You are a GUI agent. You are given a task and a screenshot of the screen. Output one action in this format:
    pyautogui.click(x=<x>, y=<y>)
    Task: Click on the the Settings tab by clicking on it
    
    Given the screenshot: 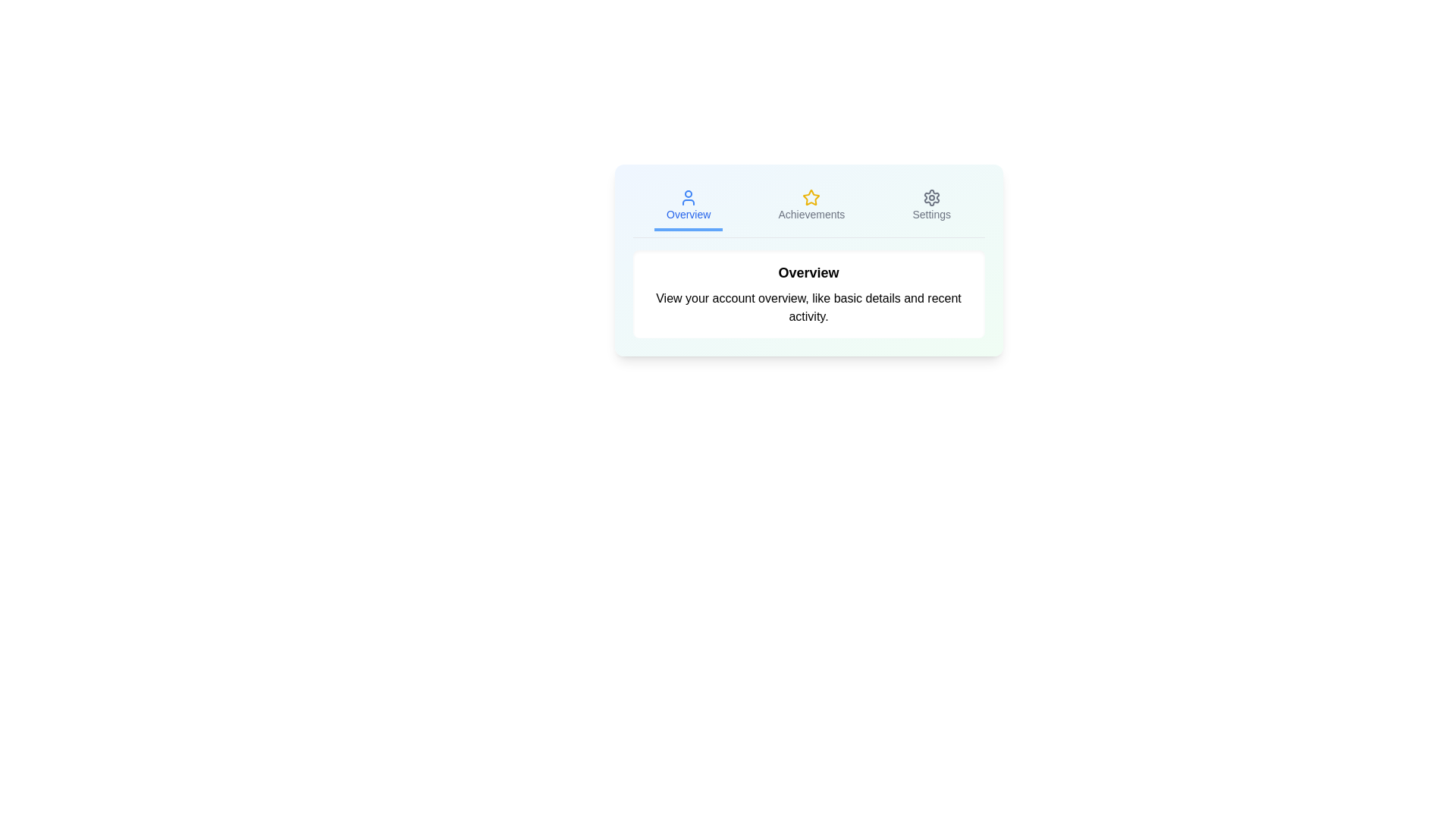 What is the action you would take?
    pyautogui.click(x=930, y=207)
    